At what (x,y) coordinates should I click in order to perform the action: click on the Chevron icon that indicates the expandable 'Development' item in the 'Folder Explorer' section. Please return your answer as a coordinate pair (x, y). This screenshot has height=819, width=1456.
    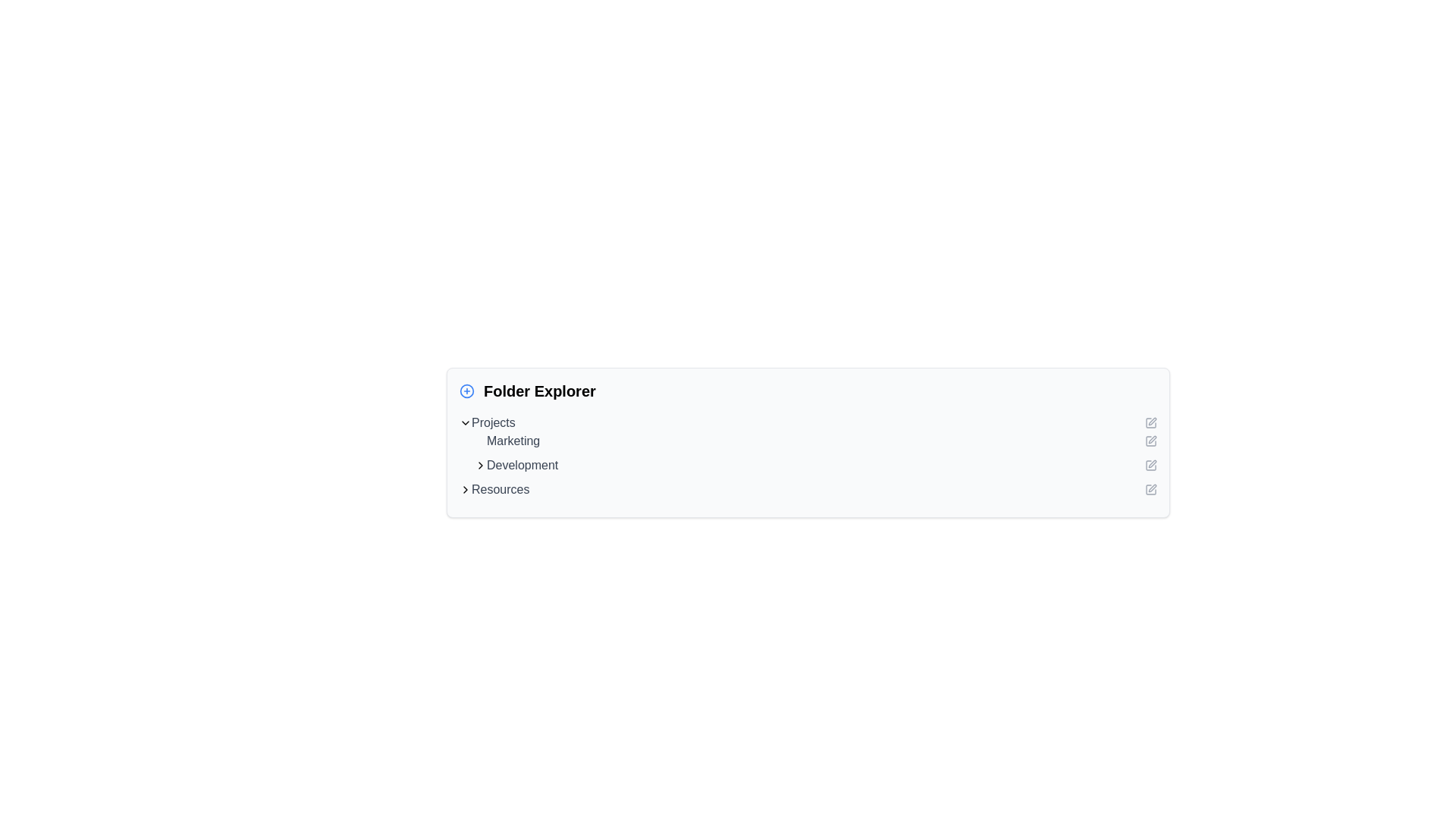
    Looking at the image, I should click on (479, 464).